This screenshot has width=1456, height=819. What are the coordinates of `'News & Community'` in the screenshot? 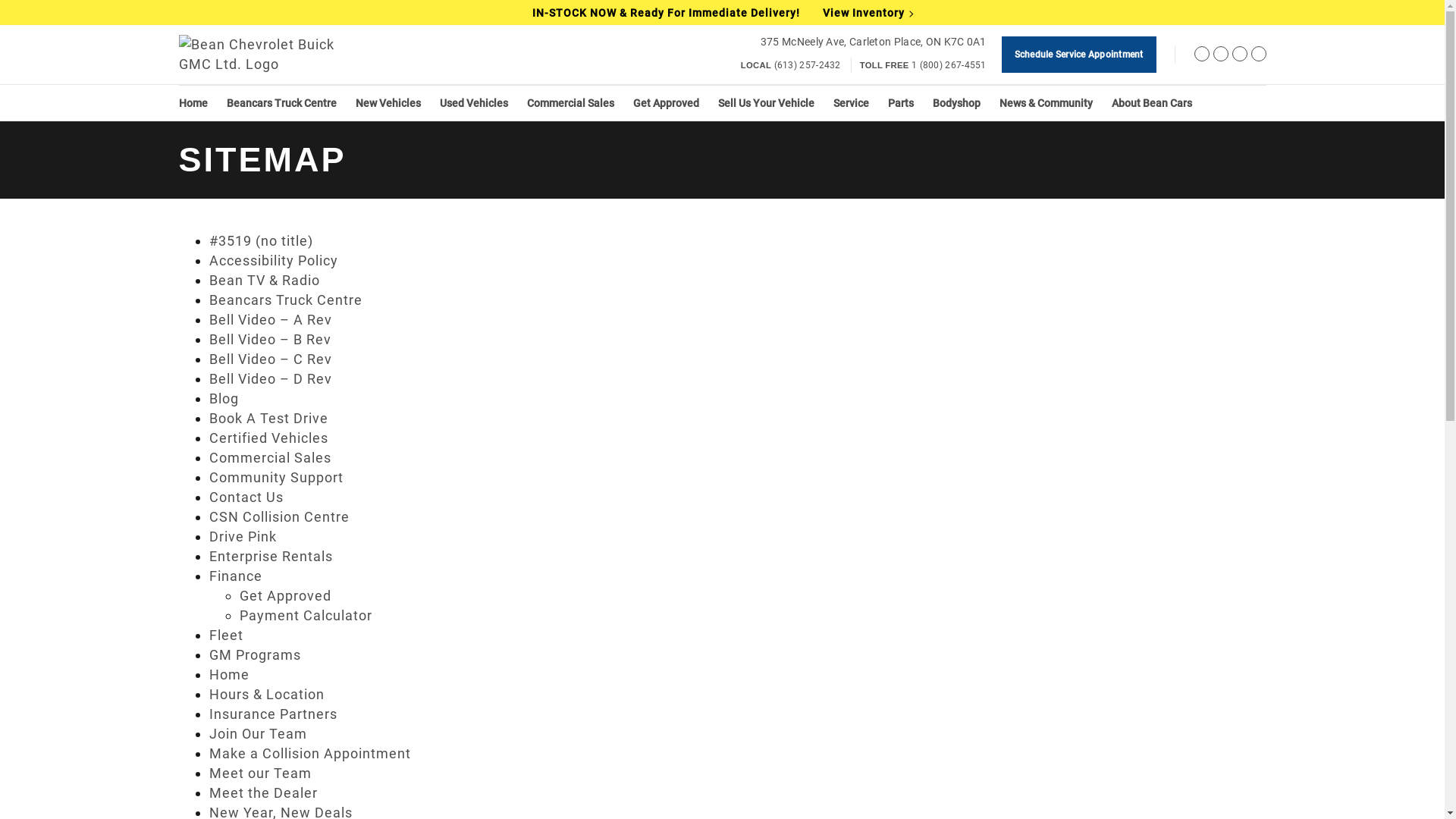 It's located at (1045, 102).